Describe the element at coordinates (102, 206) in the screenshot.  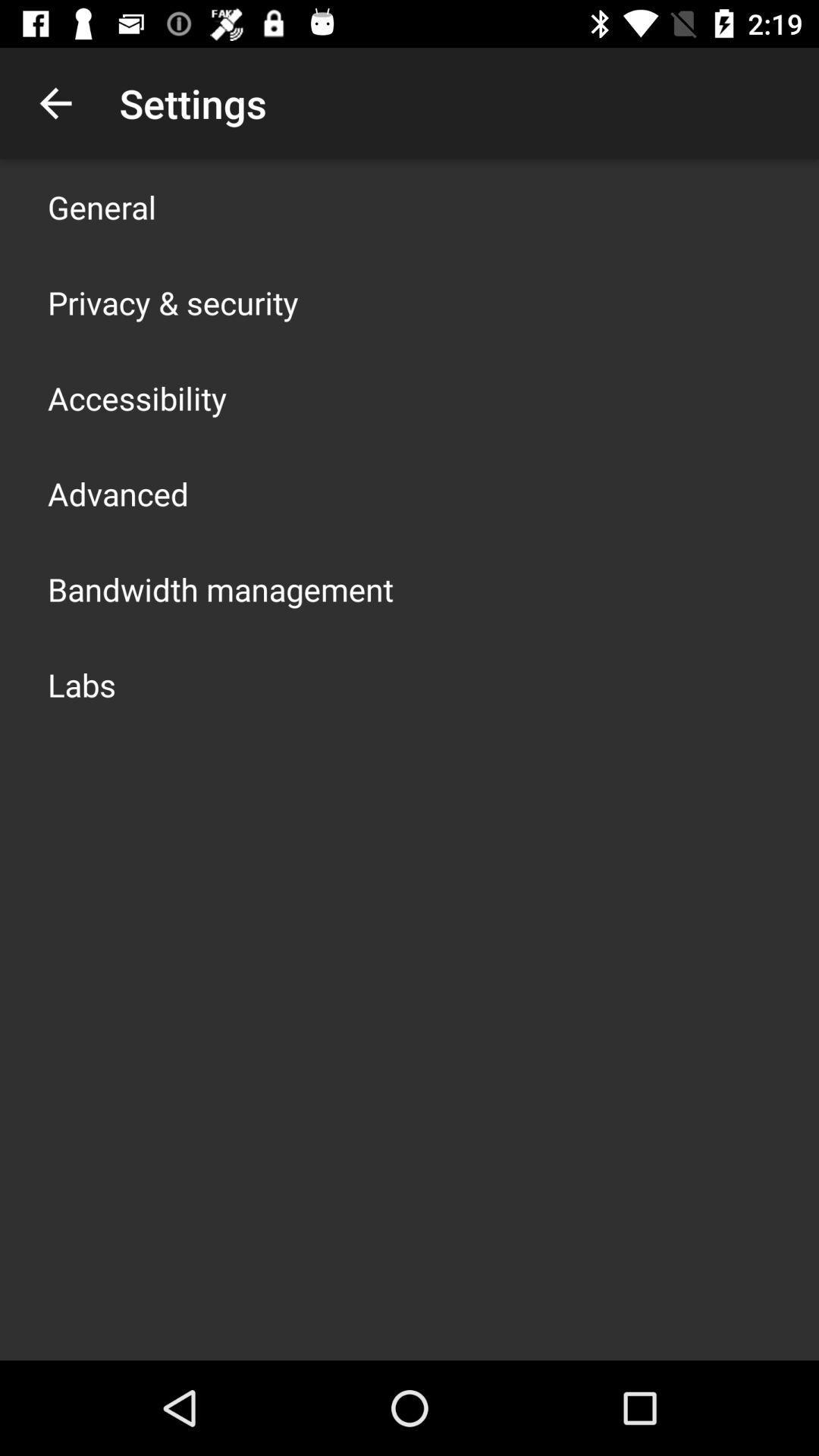
I see `general` at that location.